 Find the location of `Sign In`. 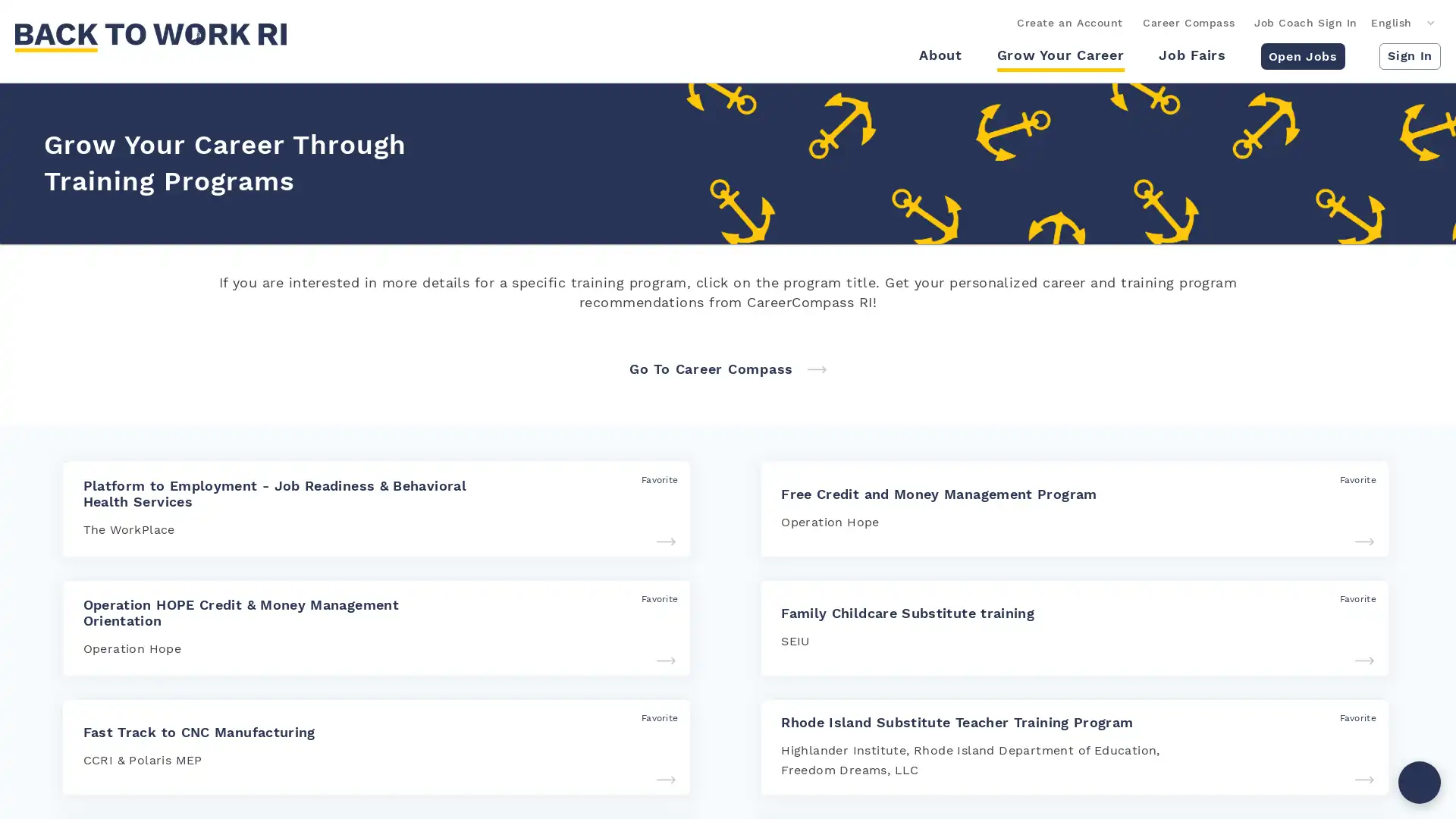

Sign In is located at coordinates (1409, 55).